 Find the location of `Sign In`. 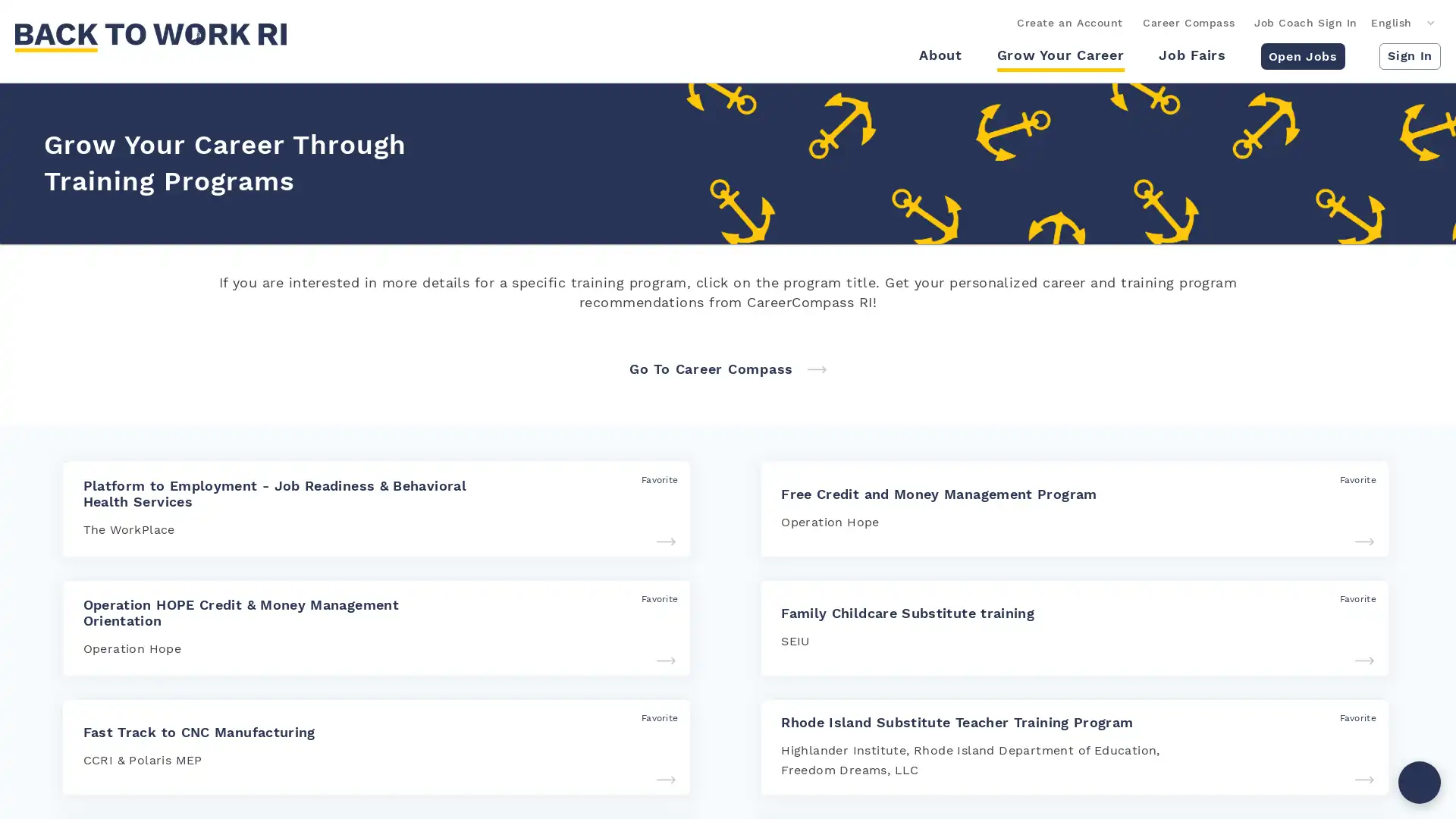

Sign In is located at coordinates (1409, 55).